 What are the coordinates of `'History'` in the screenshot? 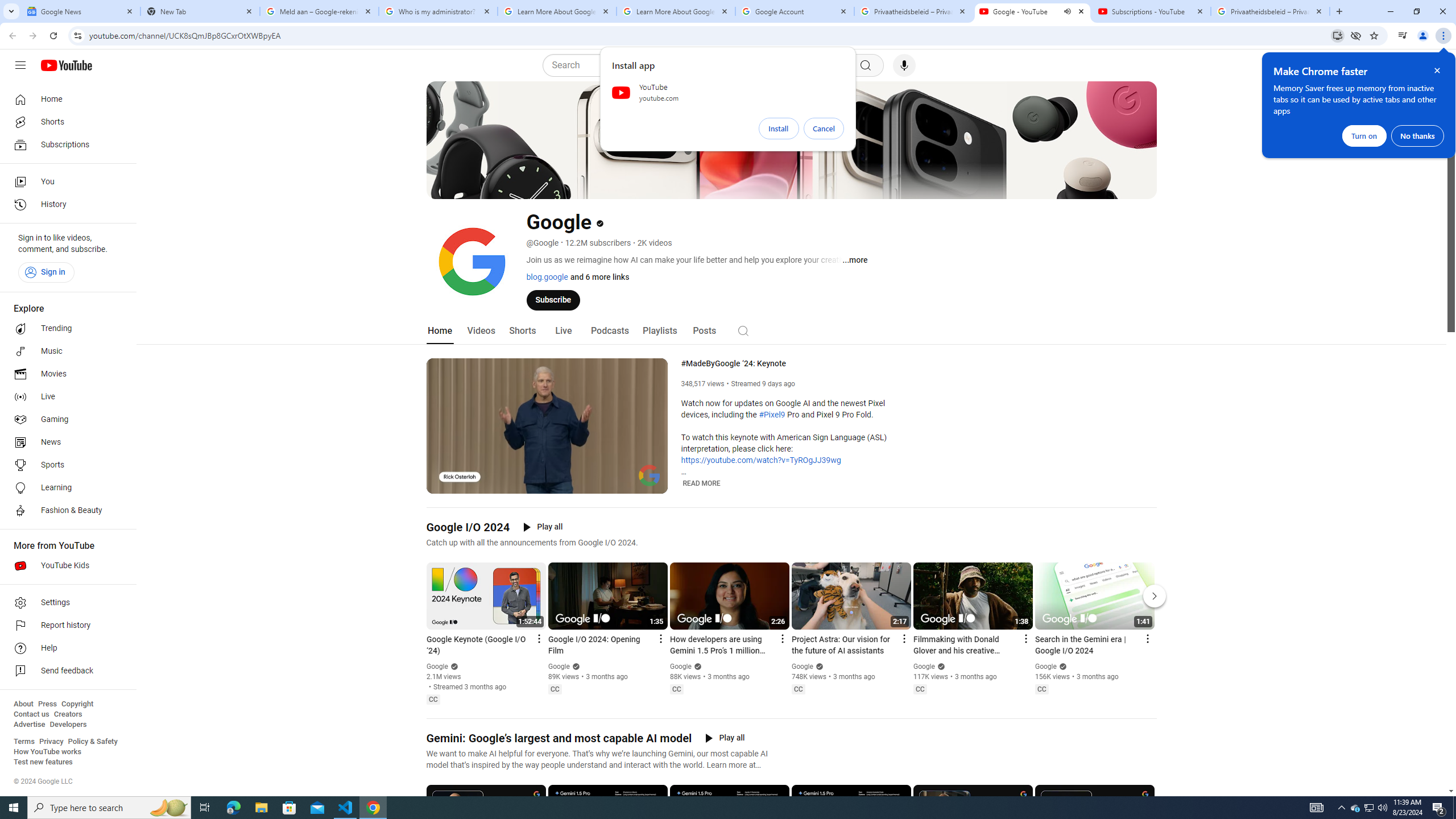 It's located at (64, 205).